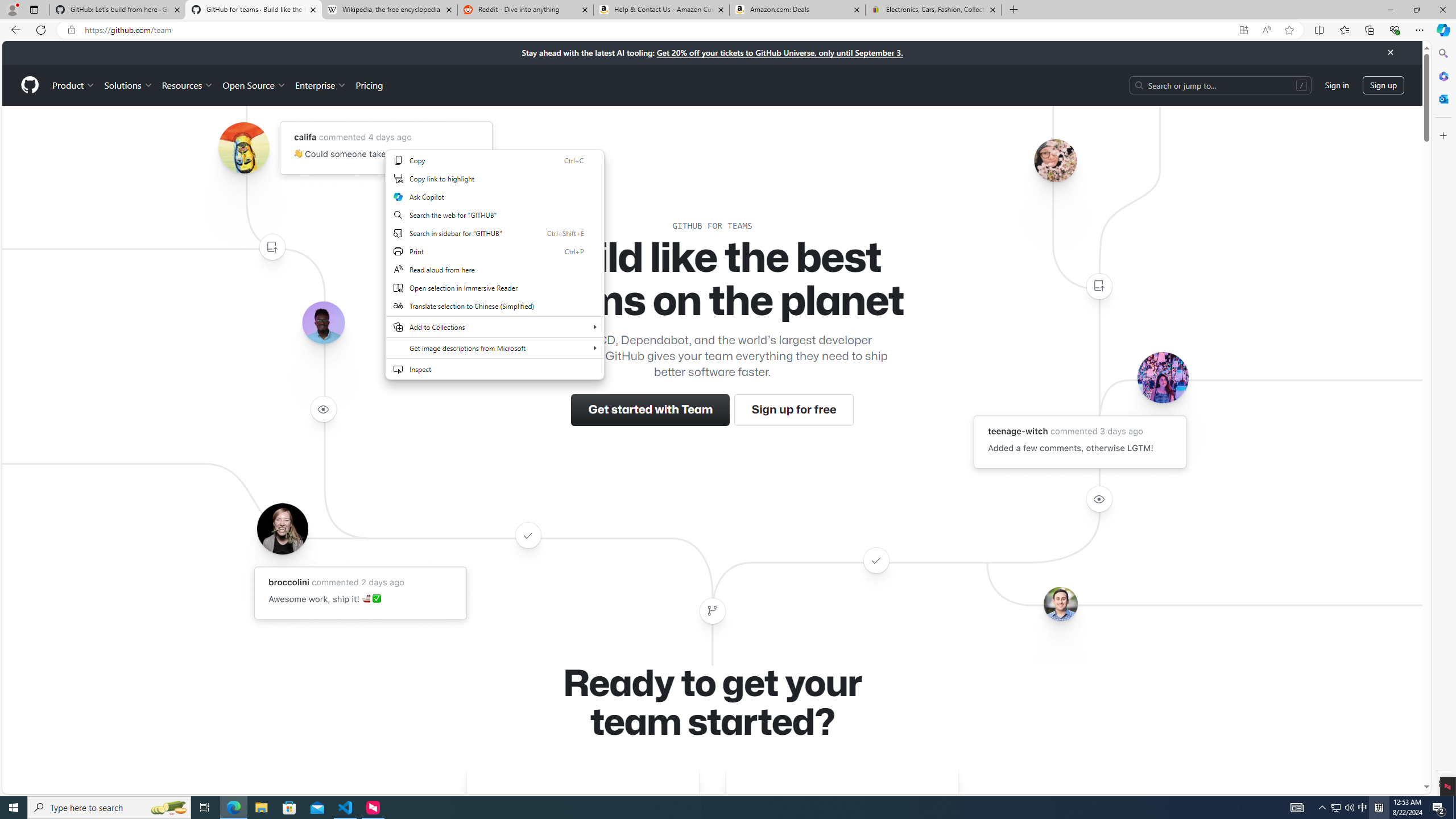  Describe the element at coordinates (188, 85) in the screenshot. I see `'Resources'` at that location.